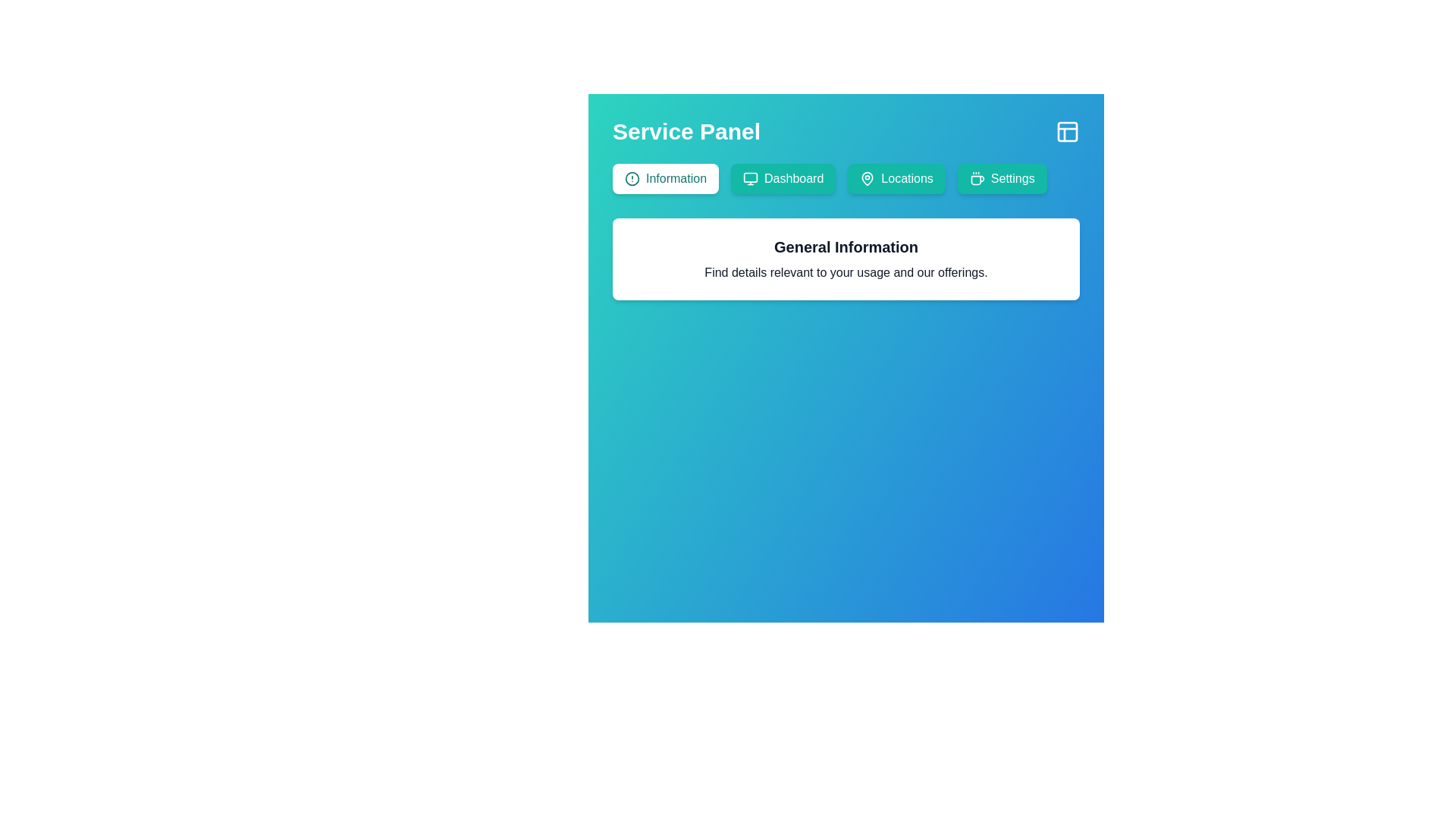  I want to click on the second button labeled 'Dashboard' in the top row of the main blue interface panel, so click(783, 177).